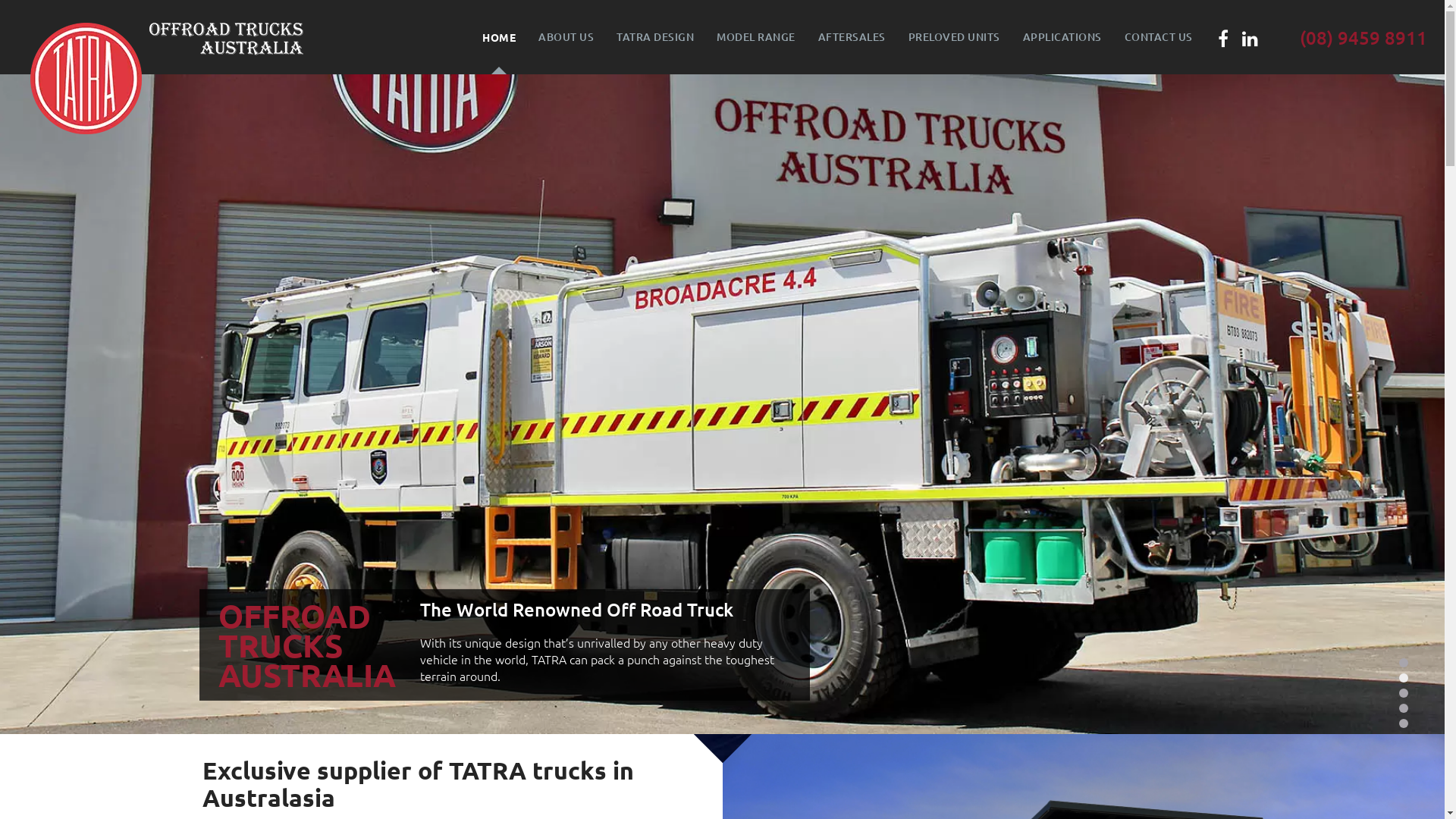 The image size is (1456, 819). What do you see at coordinates (1157, 36) in the screenshot?
I see `'CONTACT US'` at bounding box center [1157, 36].